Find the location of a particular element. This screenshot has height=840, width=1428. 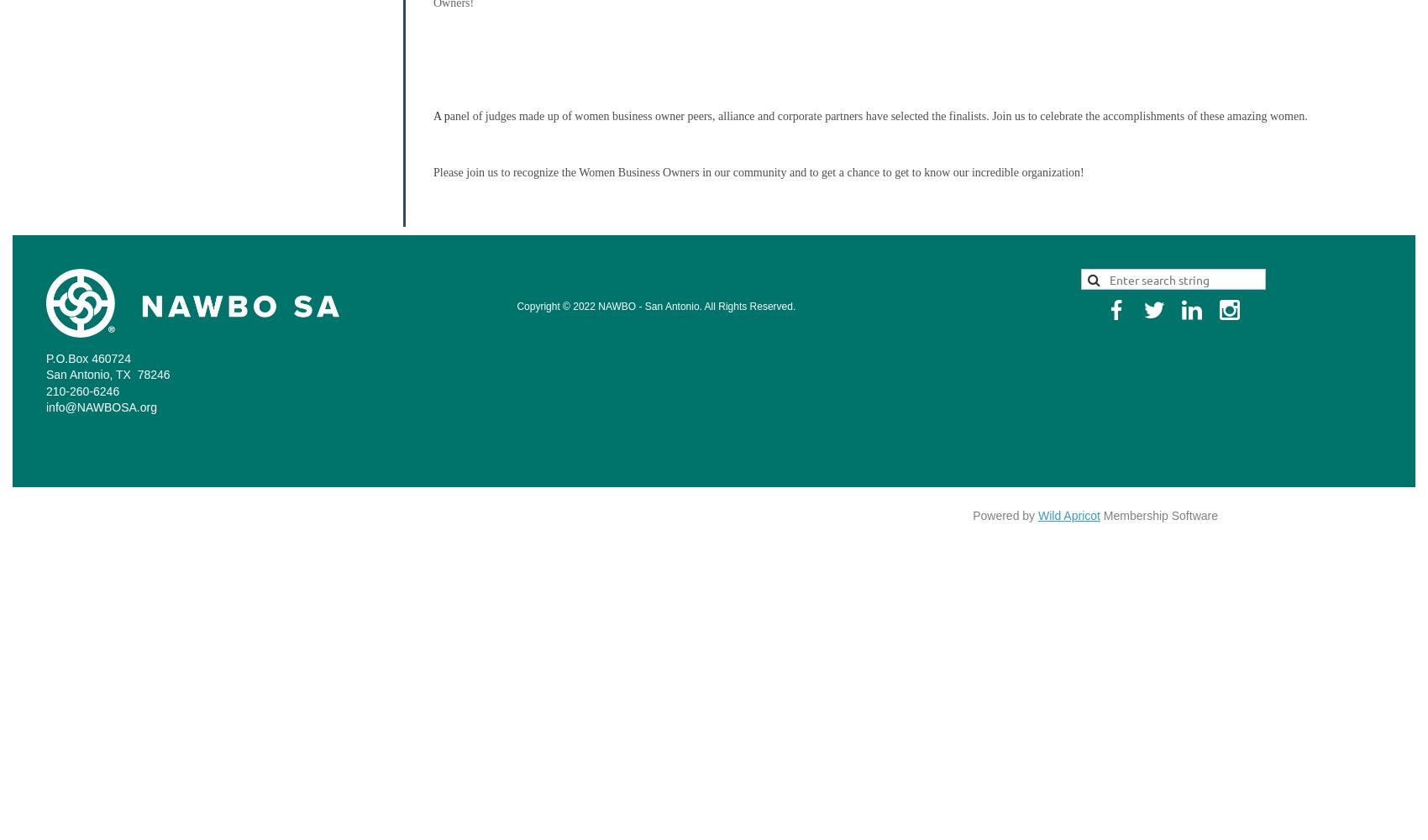

'P.O.Box 460724' is located at coordinates (88, 358).